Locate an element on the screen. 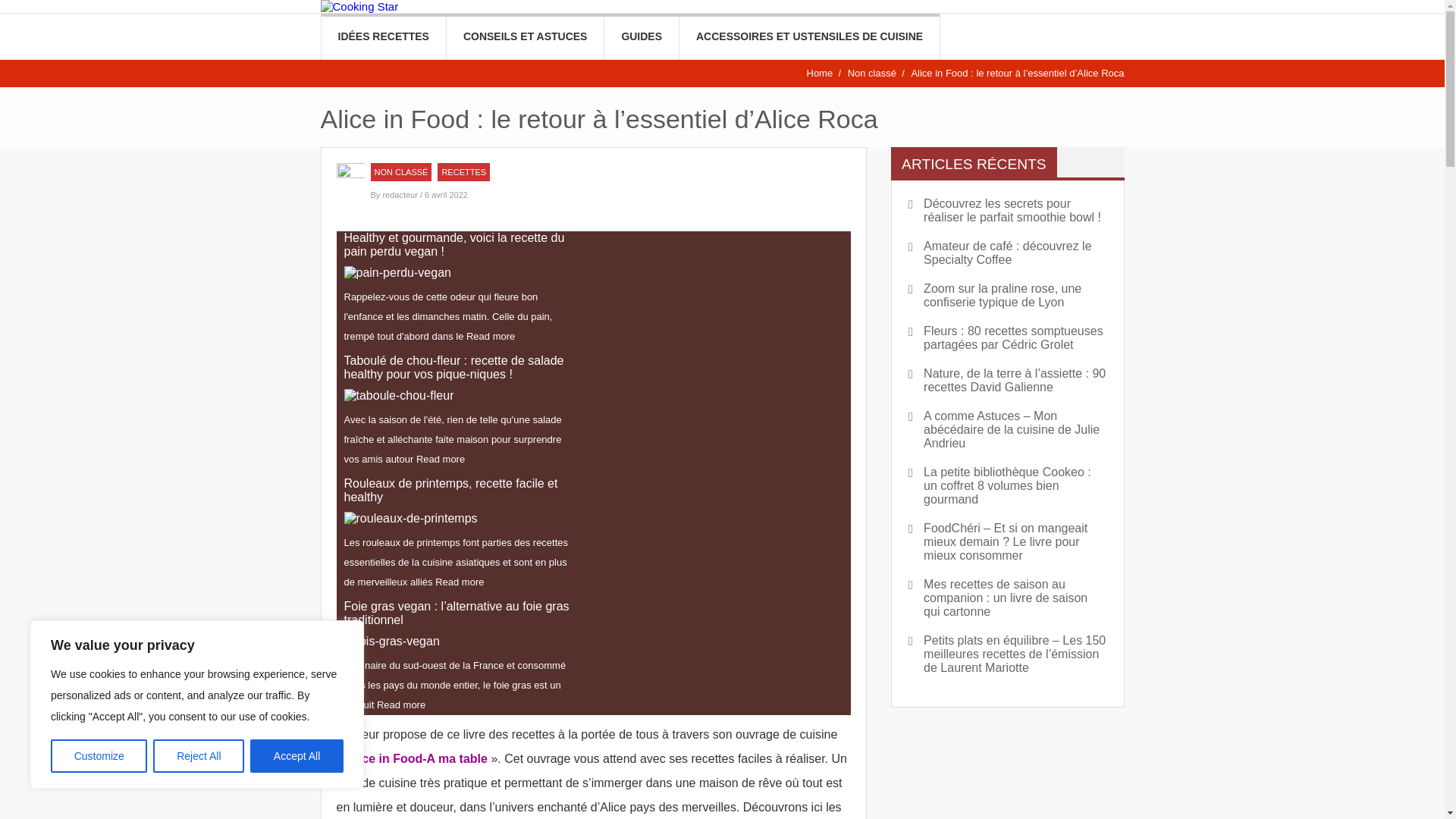  'Rouleaux de printemps, recette facile et healthy' is located at coordinates (411, 517).